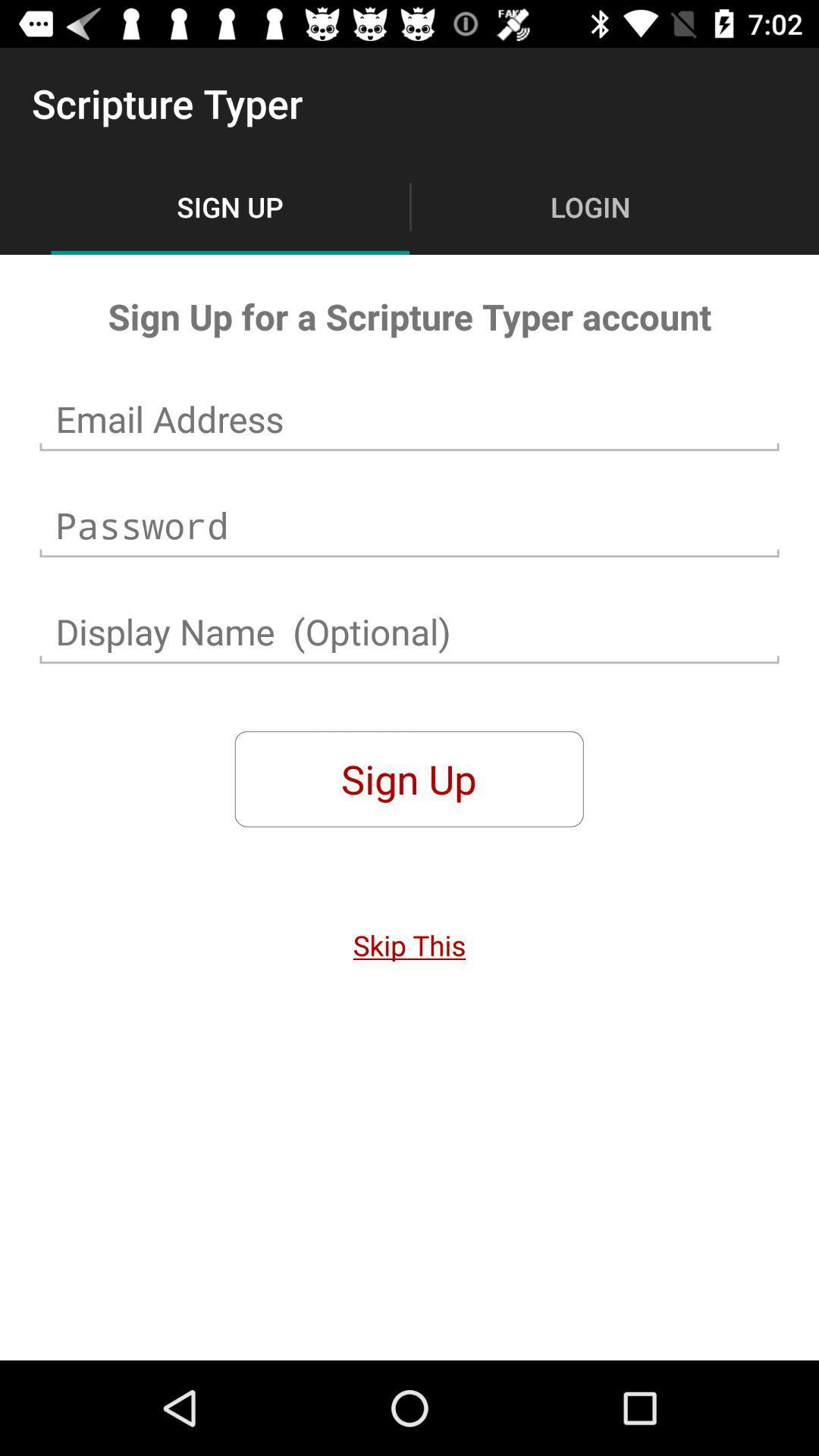 The image size is (819, 1456). What do you see at coordinates (409, 944) in the screenshot?
I see `the skip this icon` at bounding box center [409, 944].